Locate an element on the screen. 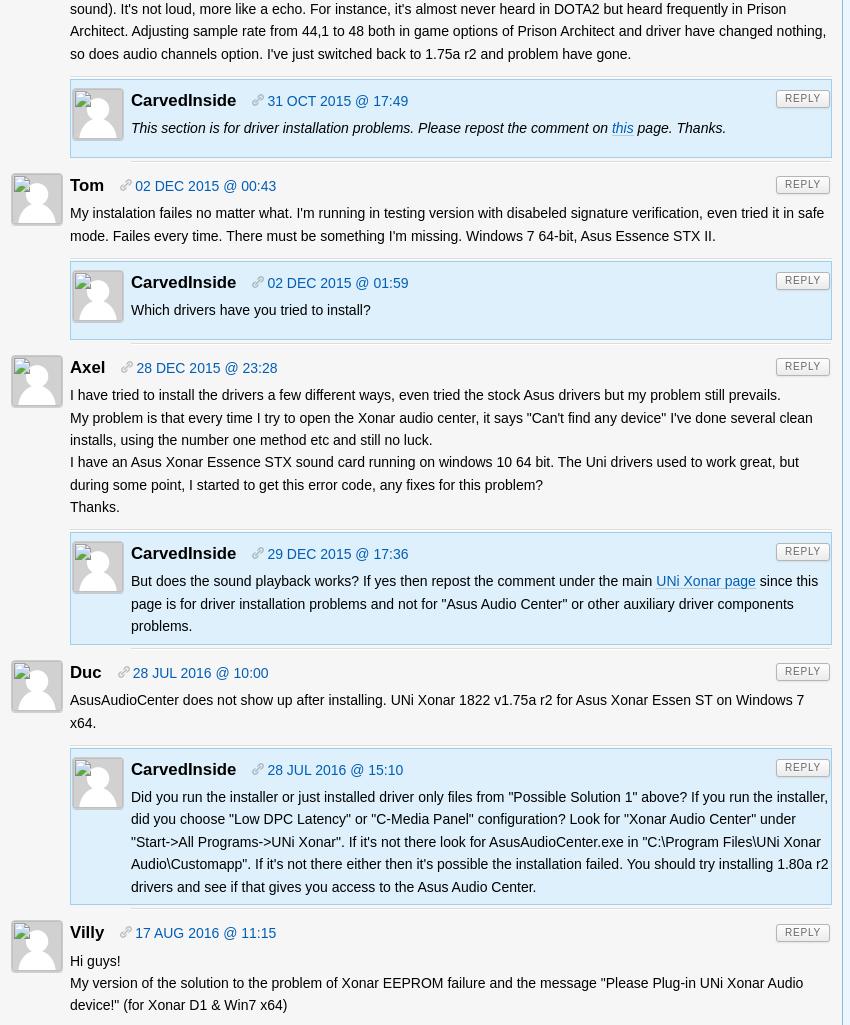 The height and width of the screenshot is (1025, 850). 'I have an Asus Xonar Essence STX sound card running on windows 10 64 bit. The Uni drivers used to work great, but during some point, I started to get this error code, any fixes for this problem?' is located at coordinates (433, 473).